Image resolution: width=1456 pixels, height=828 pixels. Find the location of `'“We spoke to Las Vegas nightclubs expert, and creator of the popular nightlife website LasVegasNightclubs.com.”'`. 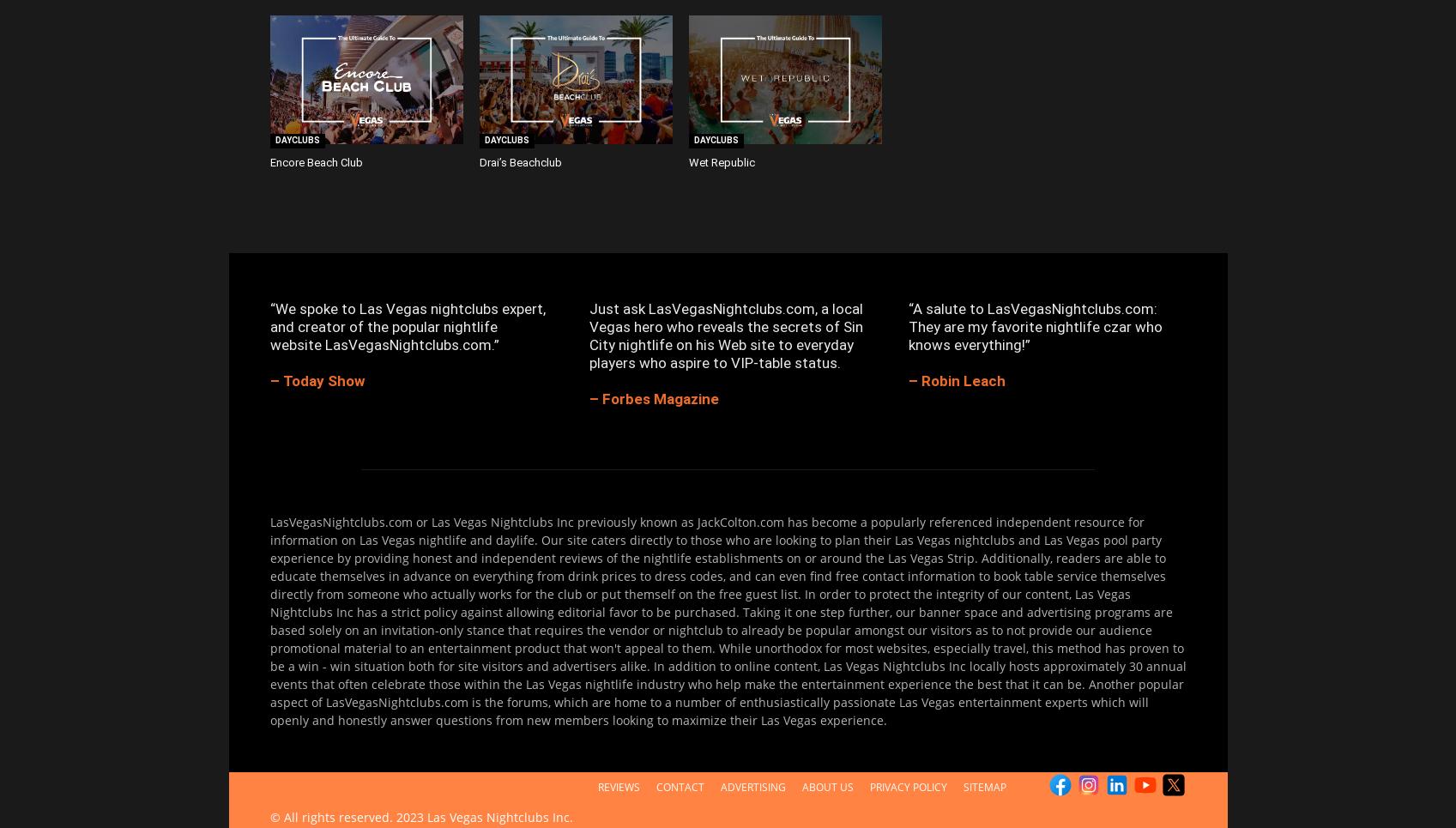

'“We spoke to Las Vegas nightclubs expert, and creator of the popular nightlife website LasVegasNightclubs.com.”' is located at coordinates (269, 325).